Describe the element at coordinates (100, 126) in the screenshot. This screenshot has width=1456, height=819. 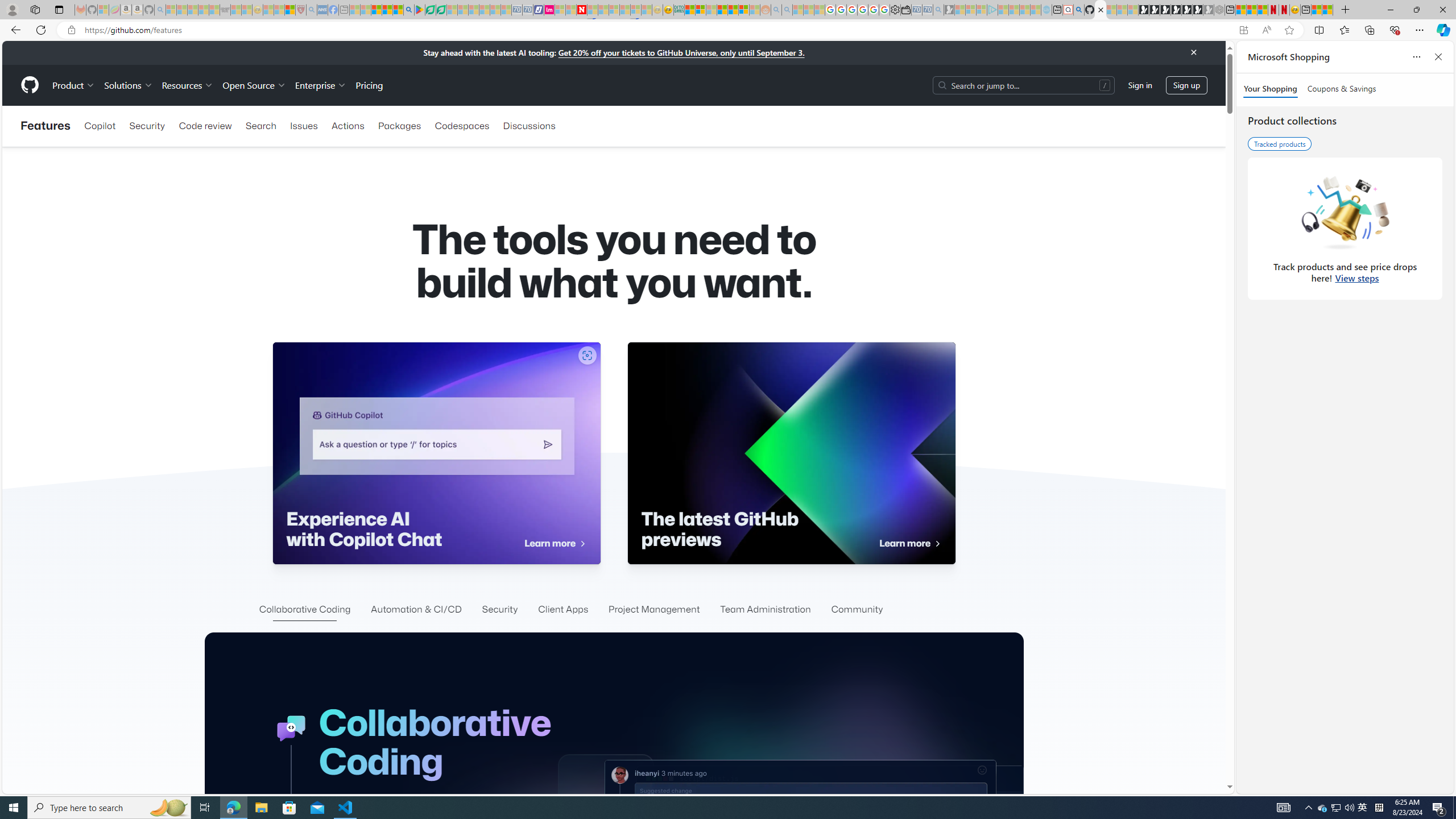
I see `'Copilot'` at that location.